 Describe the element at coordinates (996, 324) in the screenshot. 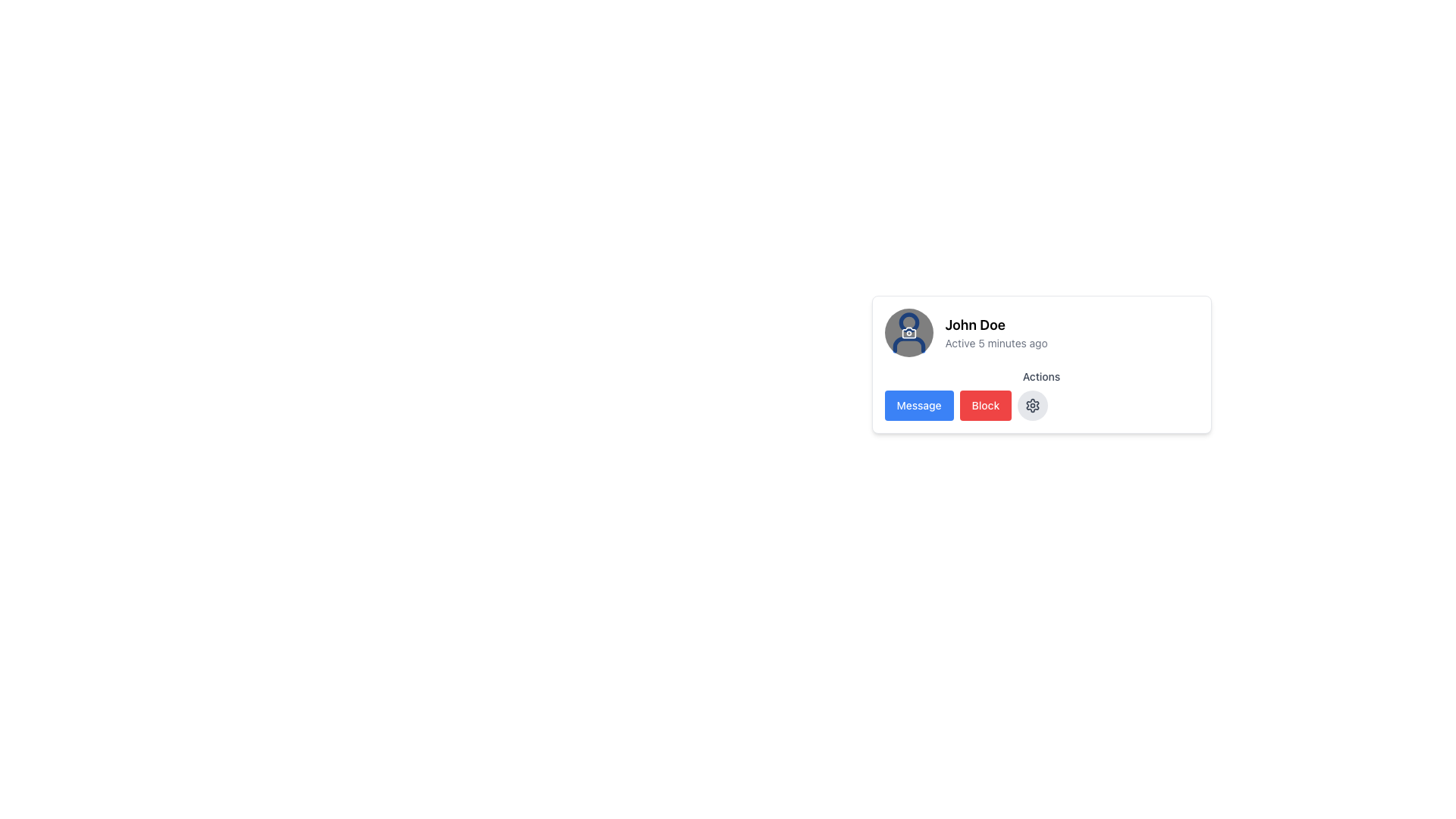

I see `the text label displaying 'John Doe' in bold, black font, which is located prominently at the top of the user profile section, above the smaller label indicating the user's last activity status` at that location.